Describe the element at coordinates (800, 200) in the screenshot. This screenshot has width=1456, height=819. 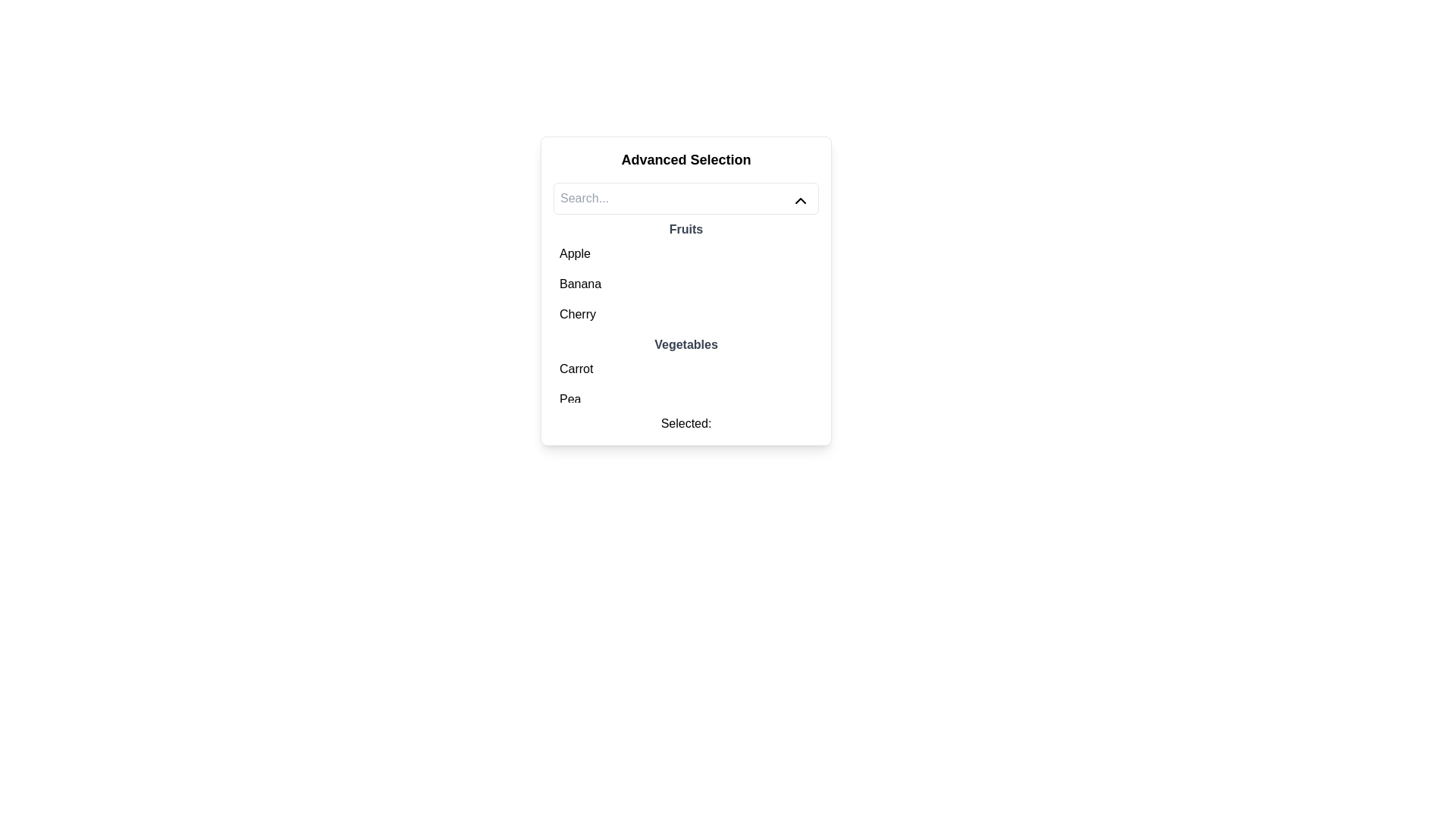
I see `the small, black, downward-pointing chevron icon located at the top-right corner of the search input box` at that location.